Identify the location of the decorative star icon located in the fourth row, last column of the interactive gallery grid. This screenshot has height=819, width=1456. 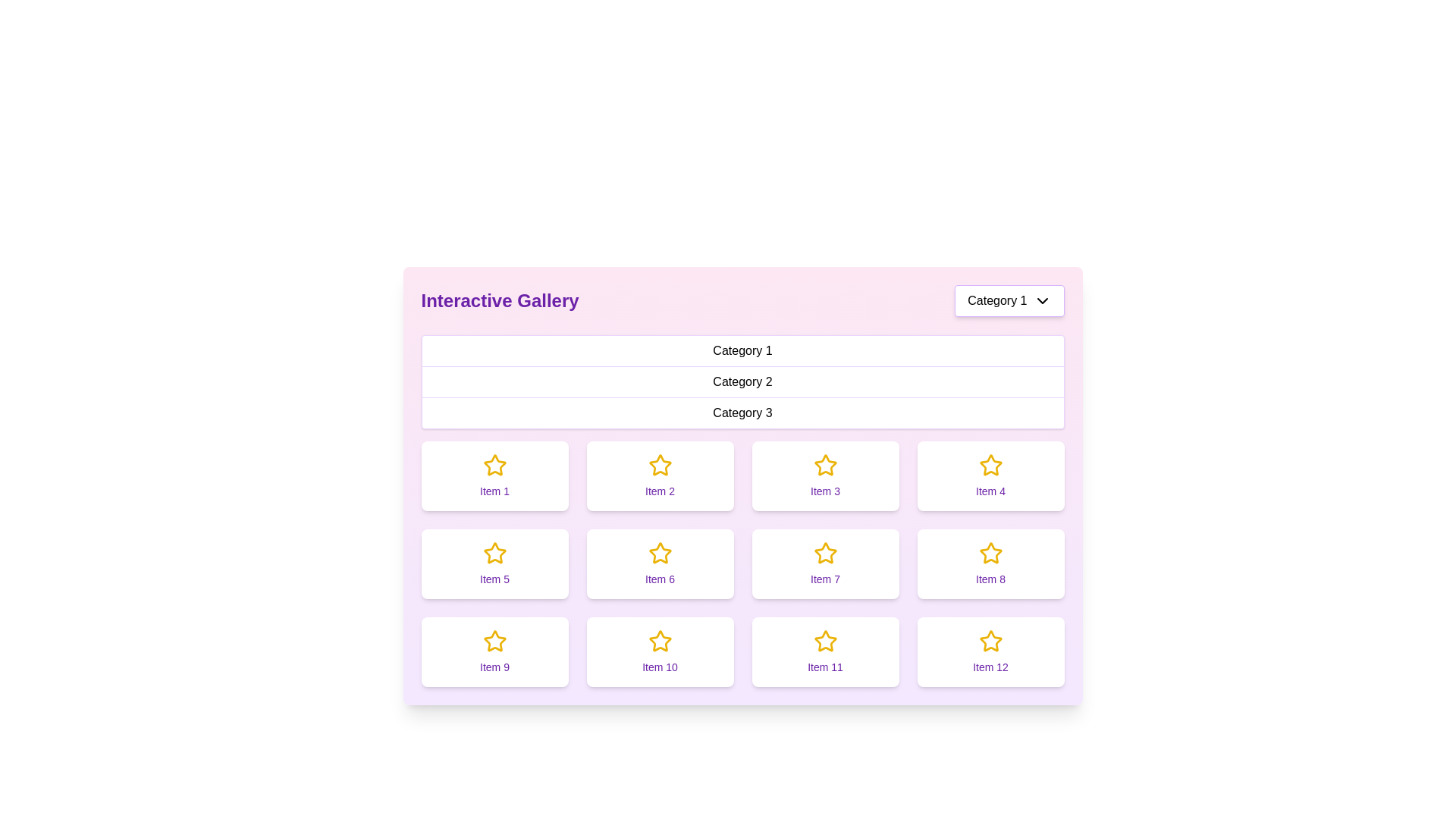
(990, 641).